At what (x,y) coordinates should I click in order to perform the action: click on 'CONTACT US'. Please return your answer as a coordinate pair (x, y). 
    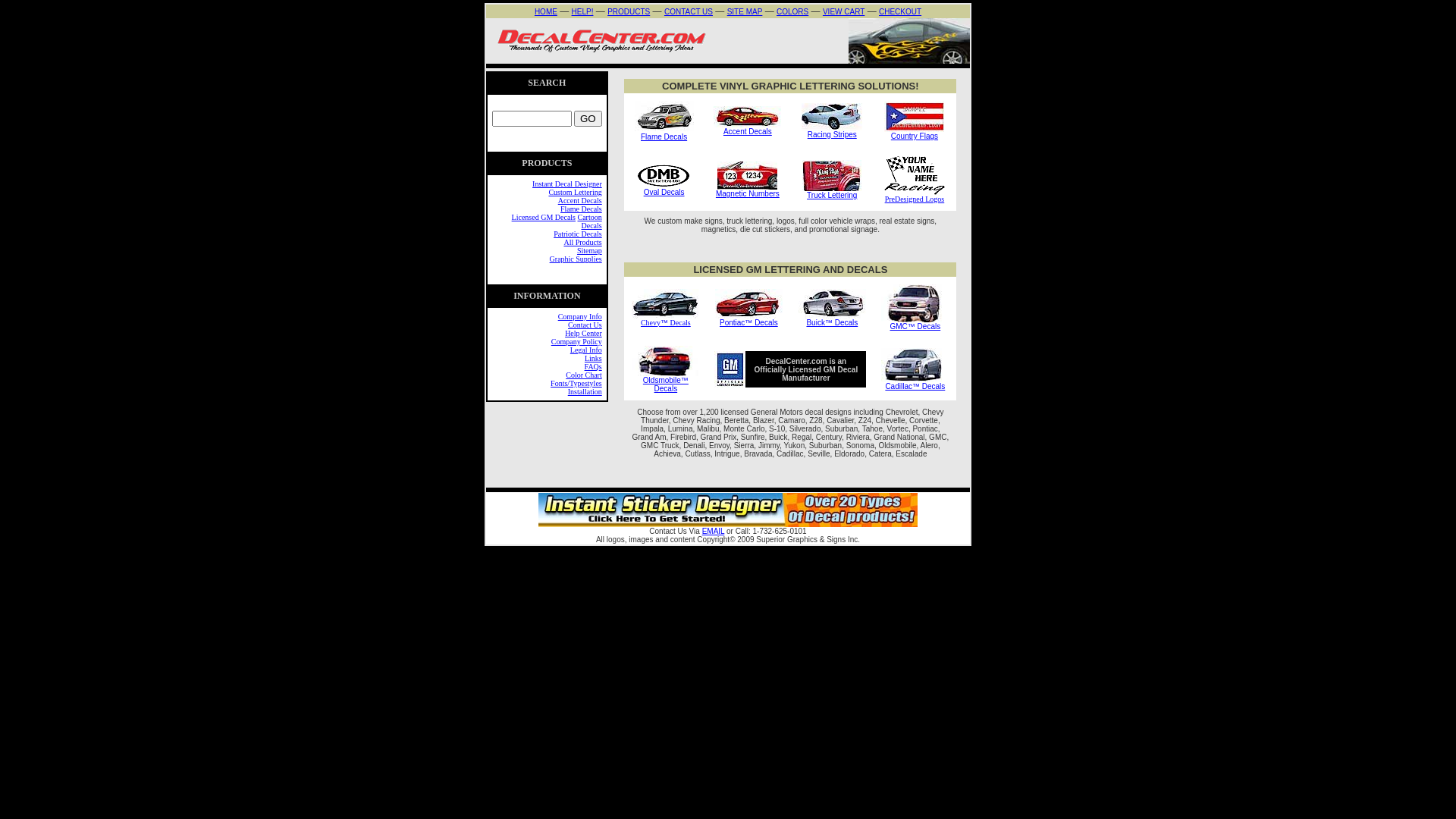
    Looking at the image, I should click on (687, 11).